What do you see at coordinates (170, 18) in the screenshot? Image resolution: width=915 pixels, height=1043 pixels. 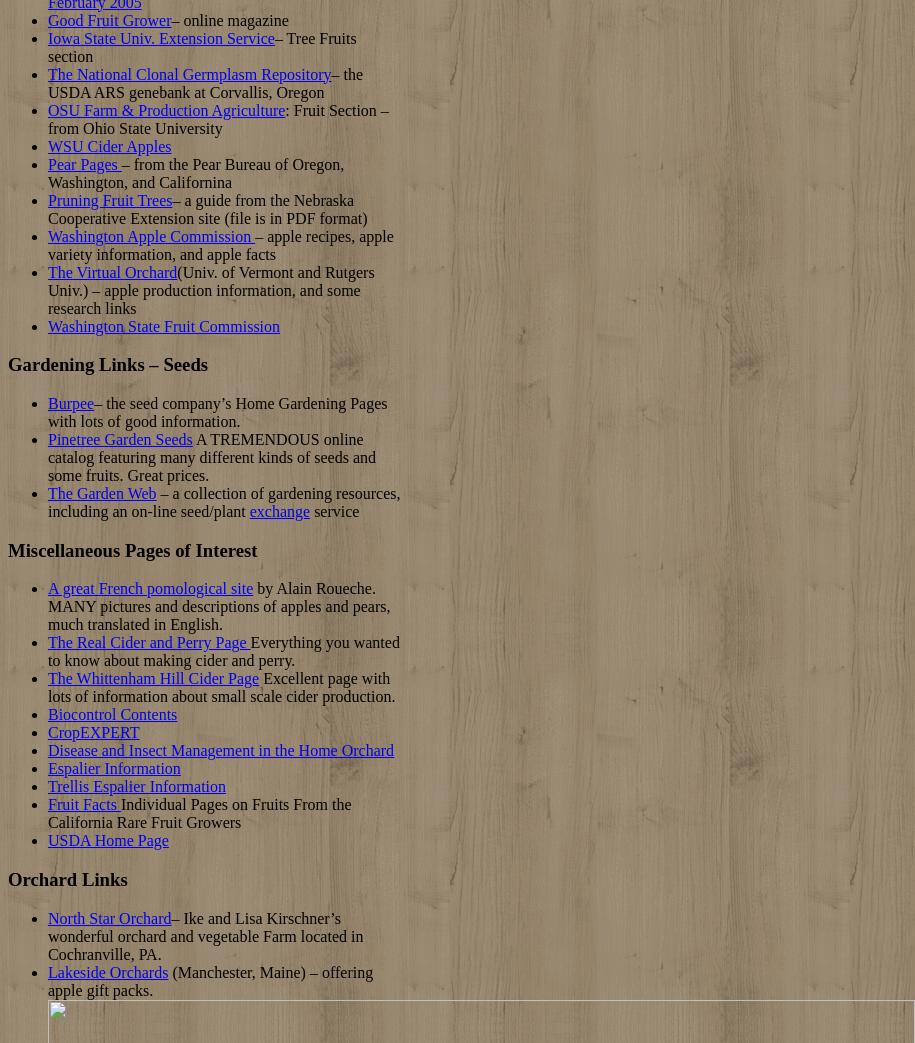 I see `'– online magazine'` at bounding box center [170, 18].